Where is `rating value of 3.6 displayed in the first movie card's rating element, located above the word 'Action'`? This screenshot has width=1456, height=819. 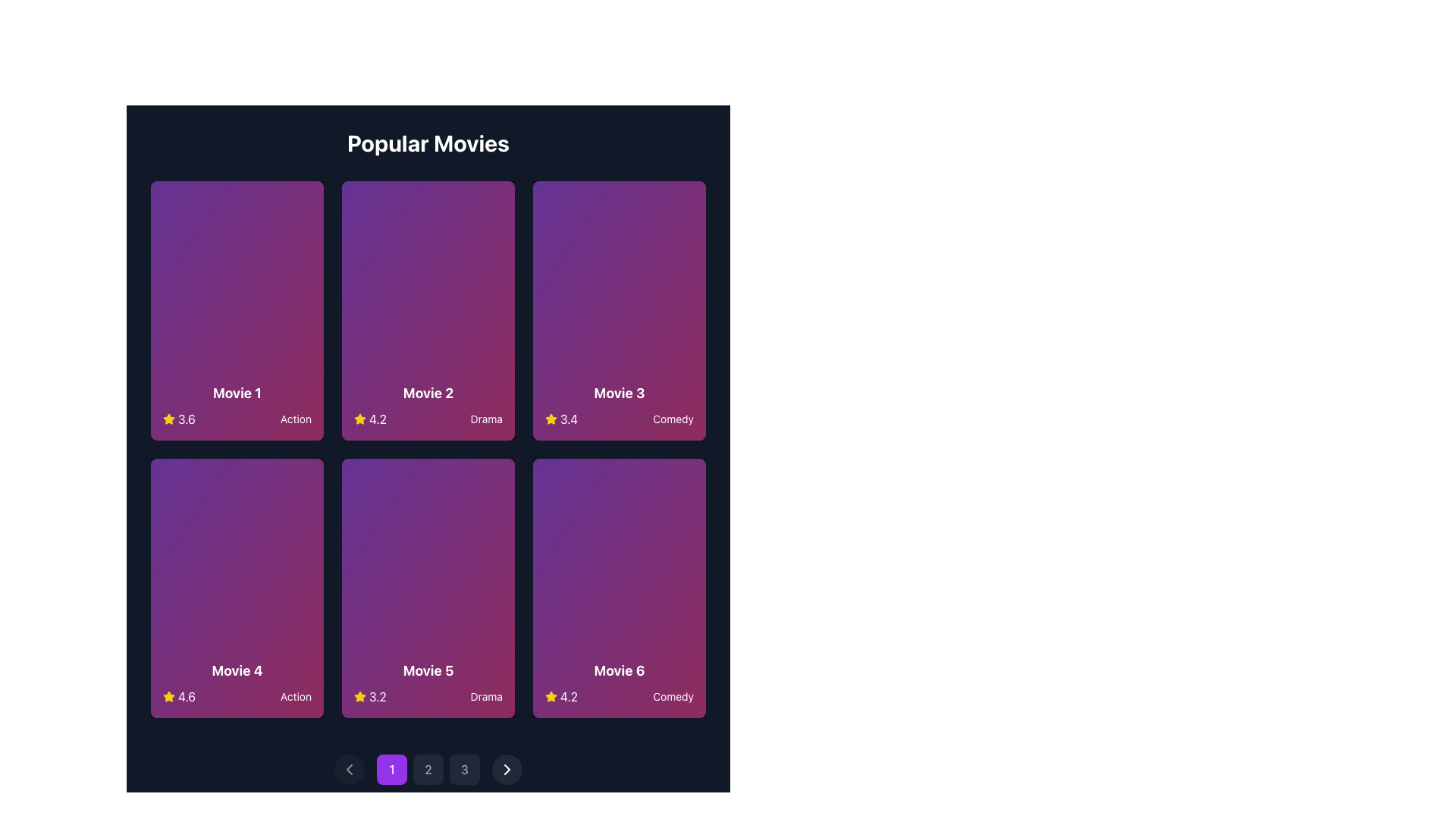 rating value of 3.6 displayed in the first movie card's rating element, located above the word 'Action' is located at coordinates (179, 419).